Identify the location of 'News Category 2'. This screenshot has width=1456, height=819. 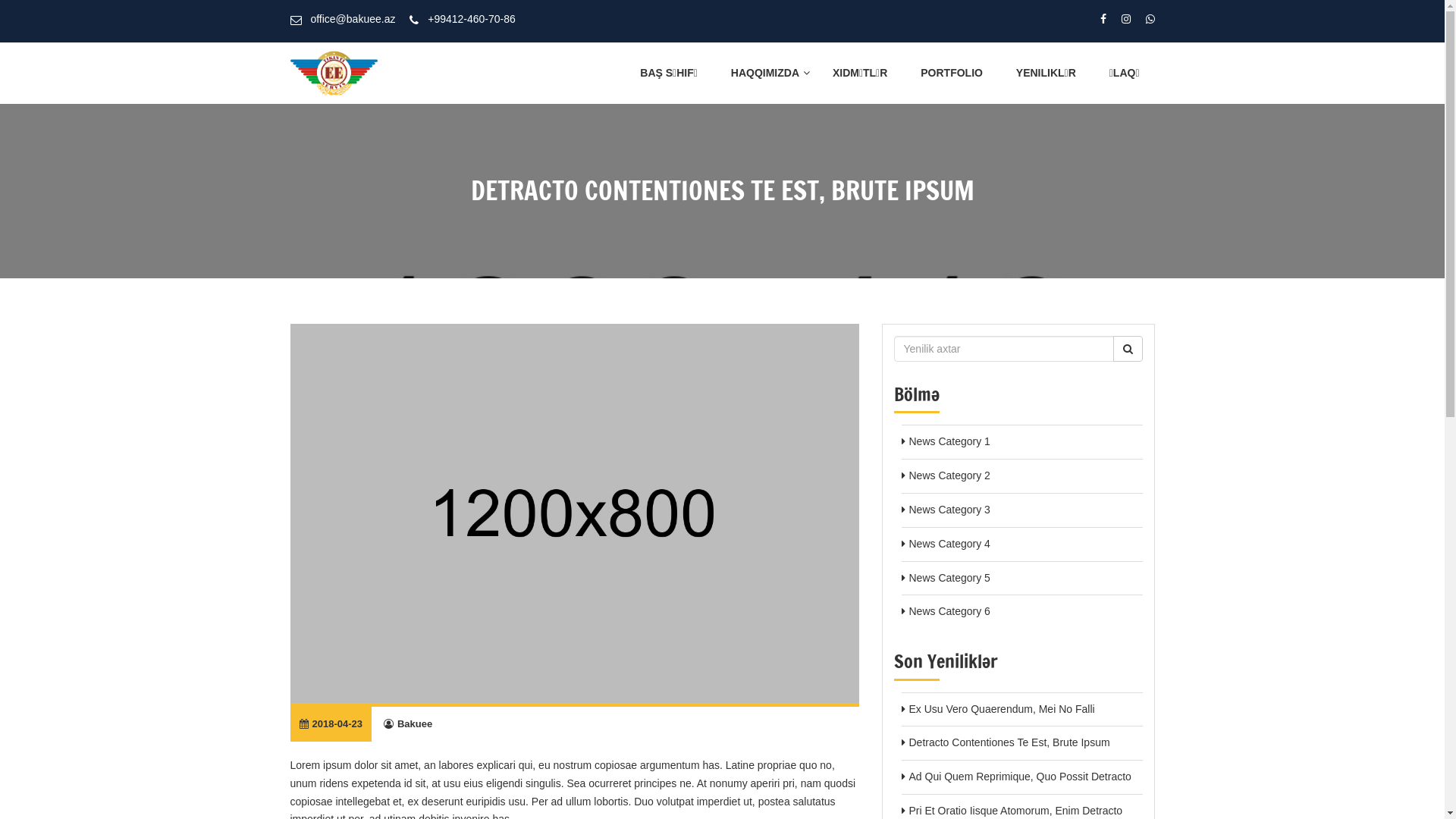
(948, 475).